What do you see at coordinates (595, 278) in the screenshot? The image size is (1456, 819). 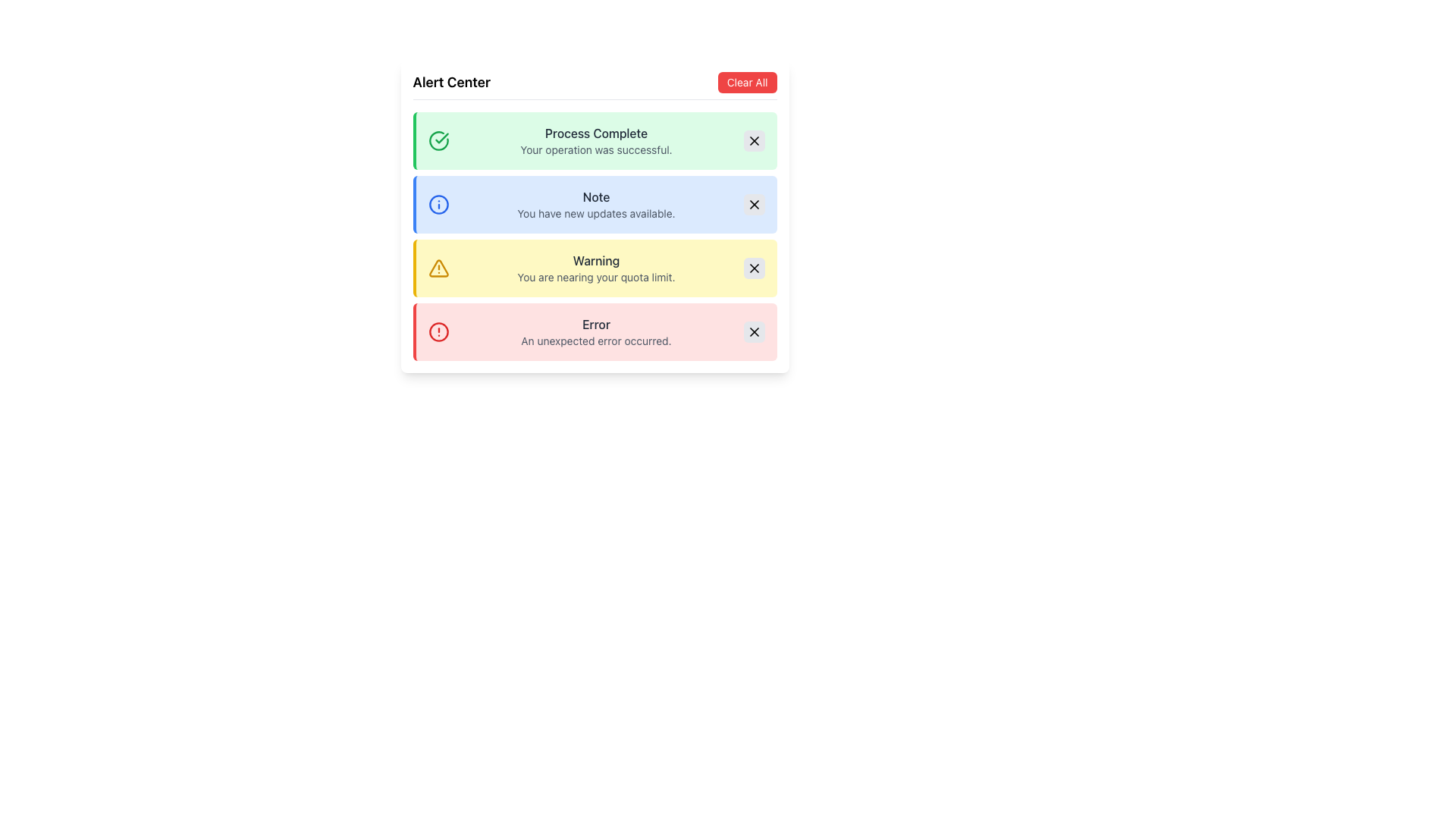 I see `the Text Label that provides information about nearing a quota limit, located under the 'Warning' title in the notification center` at bounding box center [595, 278].